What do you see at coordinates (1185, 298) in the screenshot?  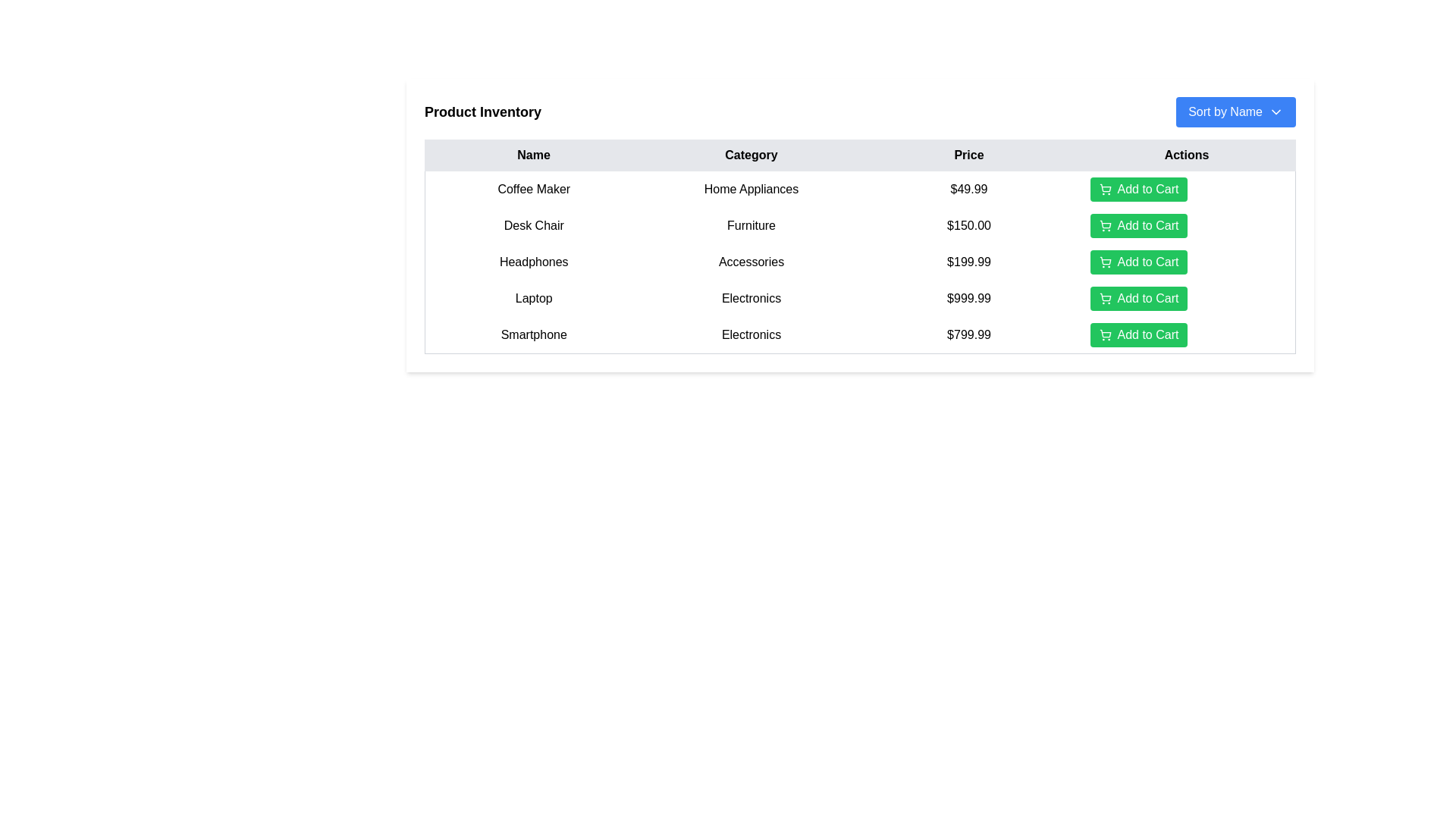 I see `the green rectangular 'Add to Cart' button in the 'Actions' column for the product 'Laptop' in the 'Product Inventory' table` at bounding box center [1185, 298].